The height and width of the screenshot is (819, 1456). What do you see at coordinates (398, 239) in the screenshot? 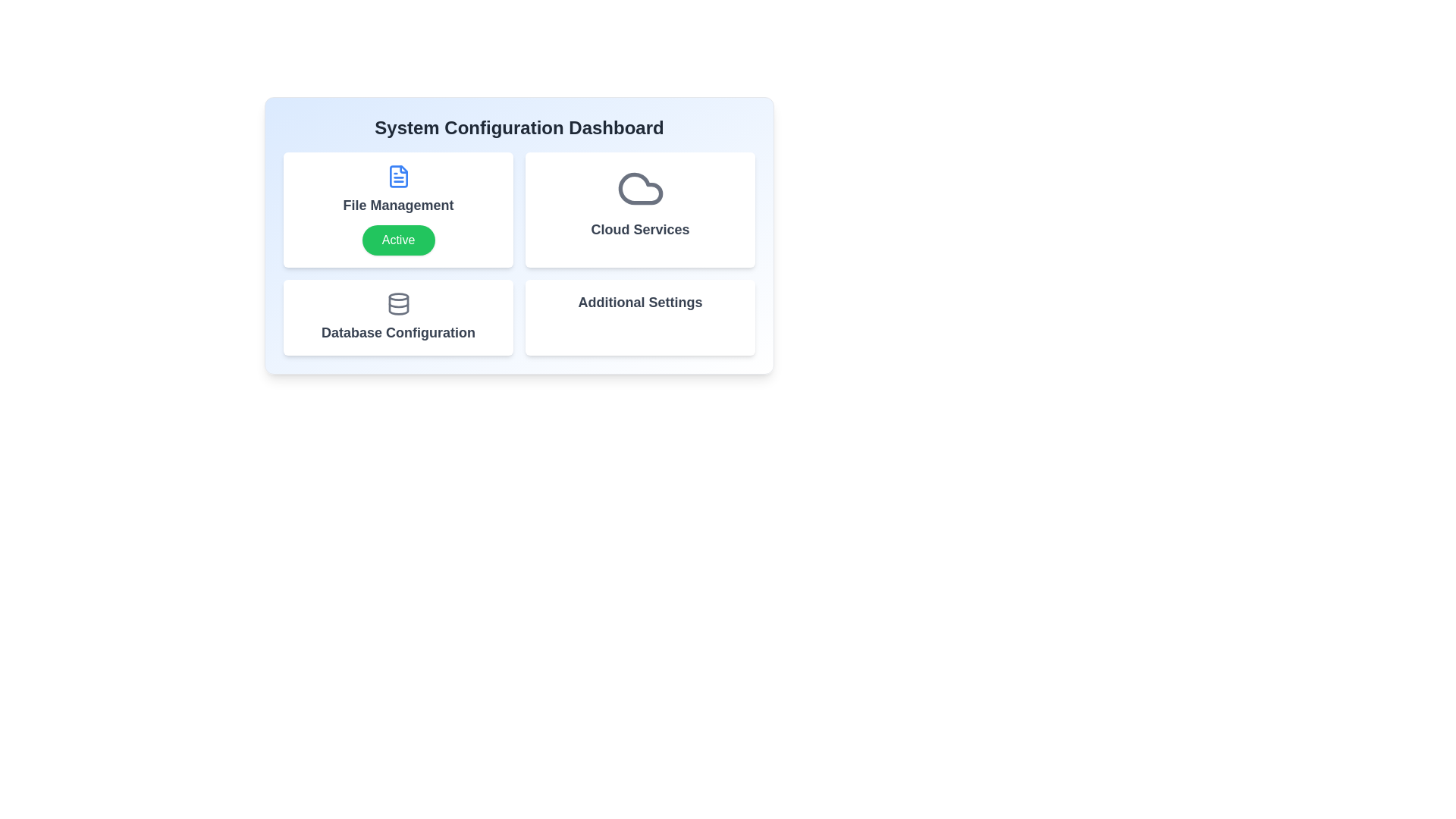
I see `the button in the 'File Management' section to change its state to 'Active'` at bounding box center [398, 239].